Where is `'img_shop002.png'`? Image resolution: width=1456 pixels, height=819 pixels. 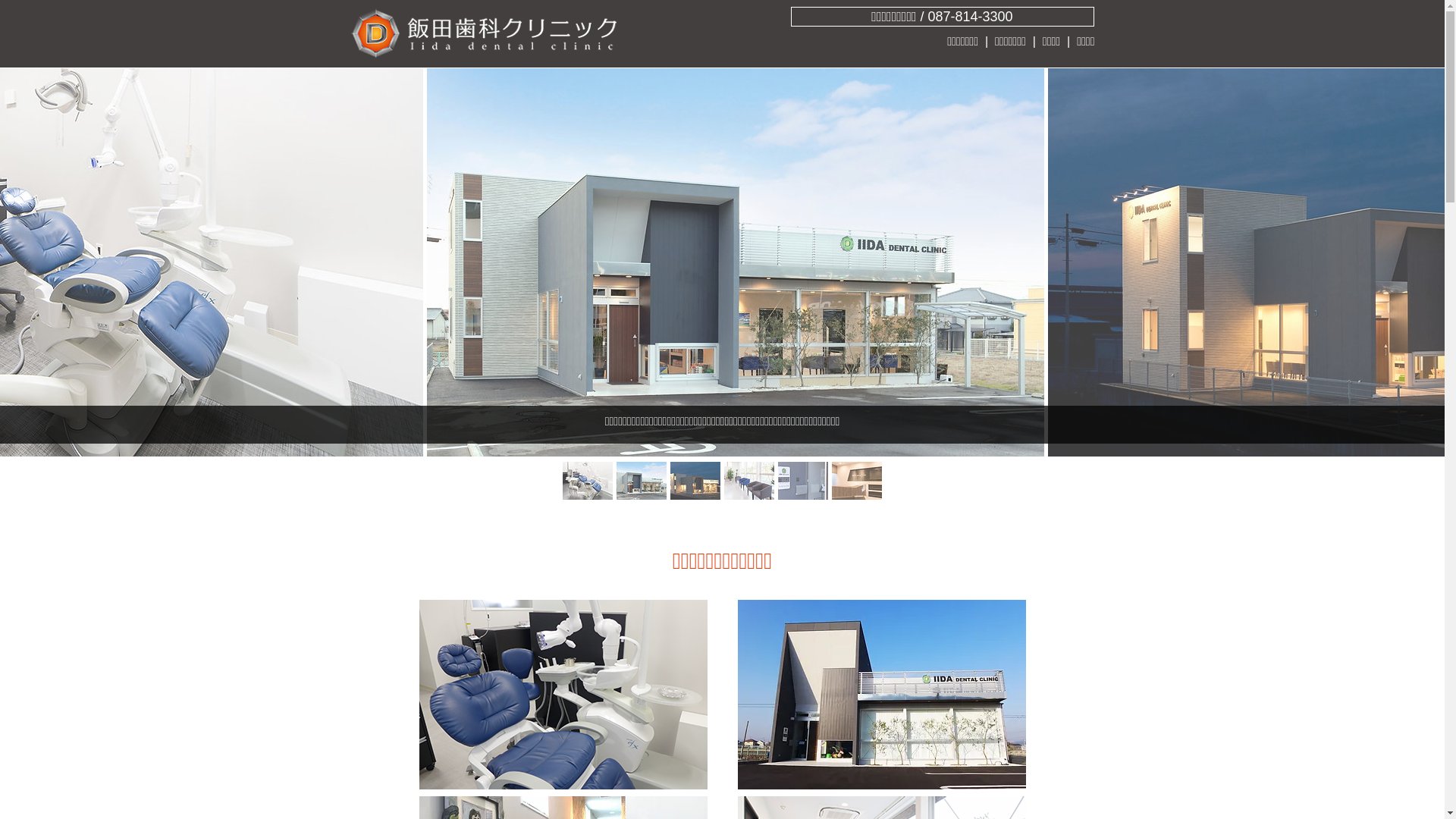 'img_shop002.png' is located at coordinates (562, 694).